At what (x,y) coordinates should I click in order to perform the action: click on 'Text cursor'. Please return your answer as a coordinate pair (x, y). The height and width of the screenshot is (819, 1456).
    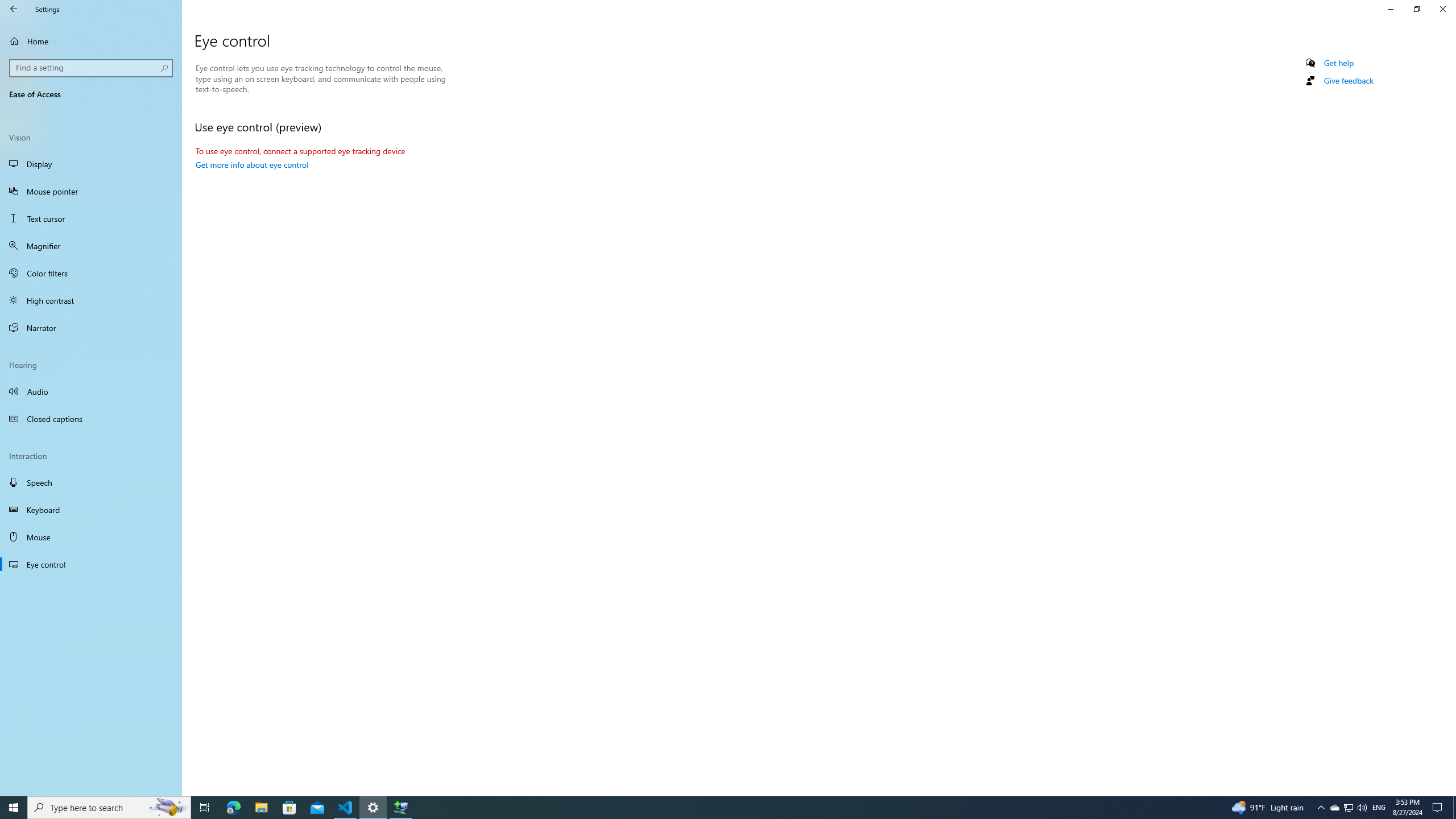
    Looking at the image, I should click on (90, 217).